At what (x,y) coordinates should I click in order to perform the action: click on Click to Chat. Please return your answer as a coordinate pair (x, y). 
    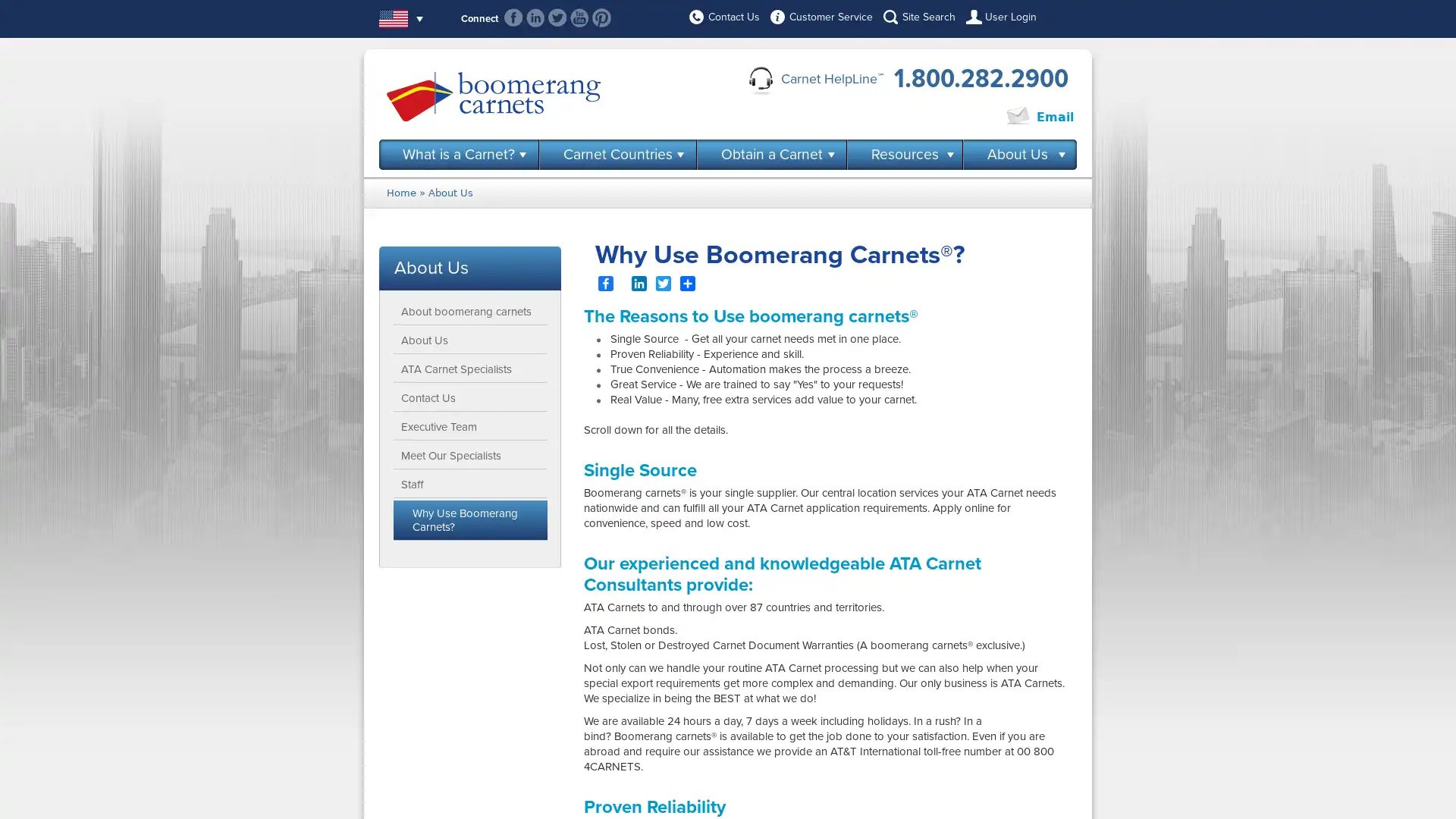
    Looking at the image, I should click on (952, 116).